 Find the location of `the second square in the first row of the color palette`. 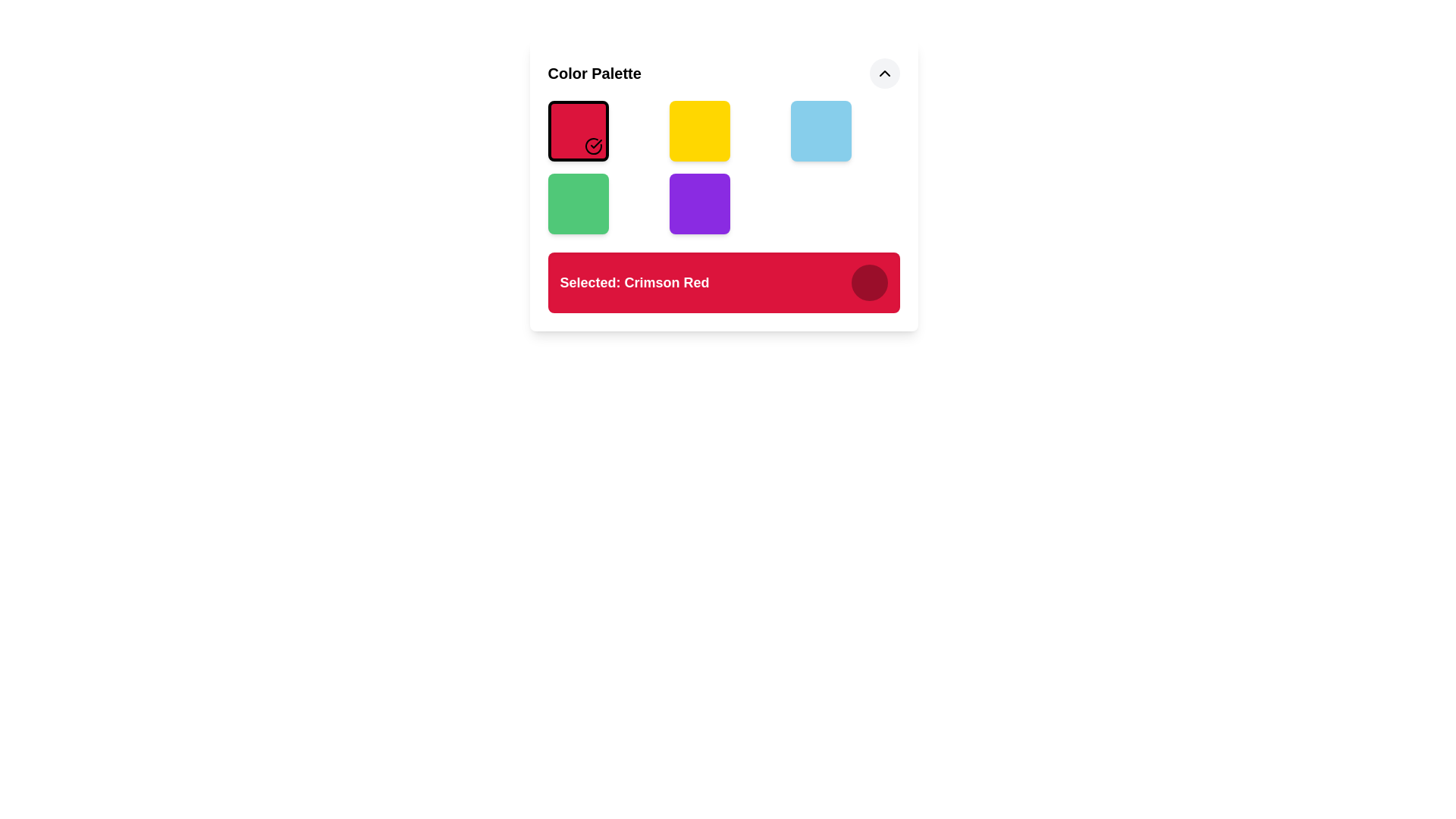

the second square in the first row of the color palette is located at coordinates (698, 130).